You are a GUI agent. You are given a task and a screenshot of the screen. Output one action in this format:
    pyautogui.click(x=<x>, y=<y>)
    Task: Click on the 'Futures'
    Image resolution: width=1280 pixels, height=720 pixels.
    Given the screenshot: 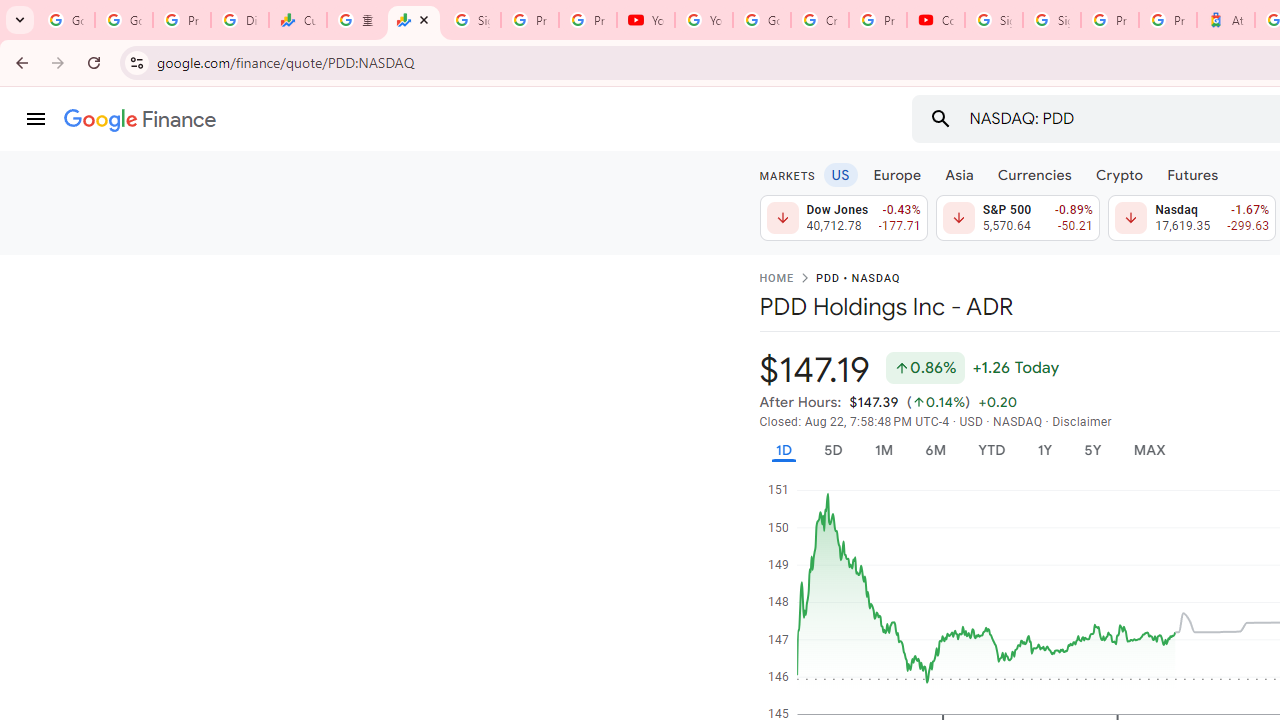 What is the action you would take?
    pyautogui.click(x=1192, y=173)
    